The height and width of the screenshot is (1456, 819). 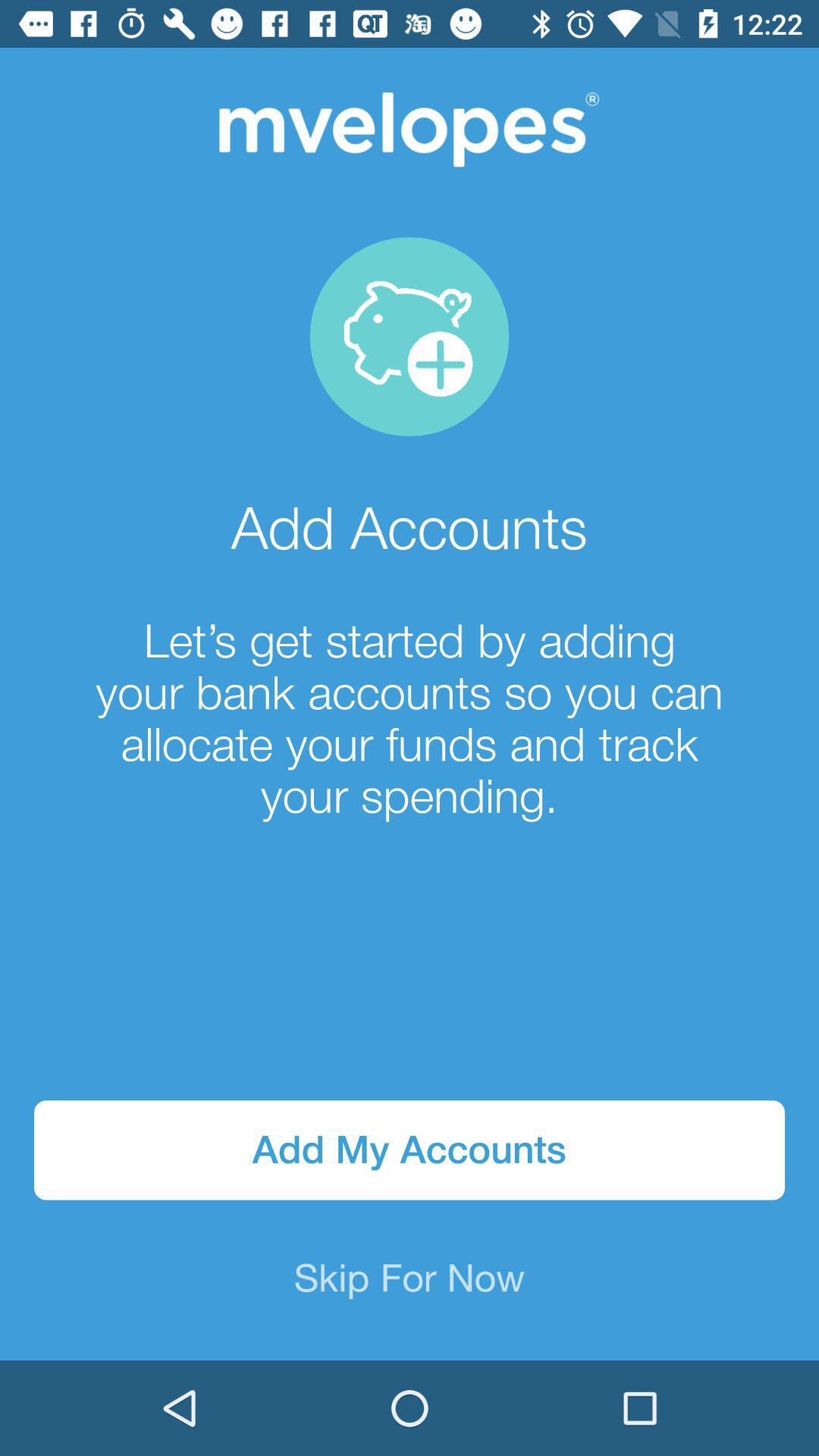 I want to click on the icon below add my accounts icon, so click(x=409, y=1279).